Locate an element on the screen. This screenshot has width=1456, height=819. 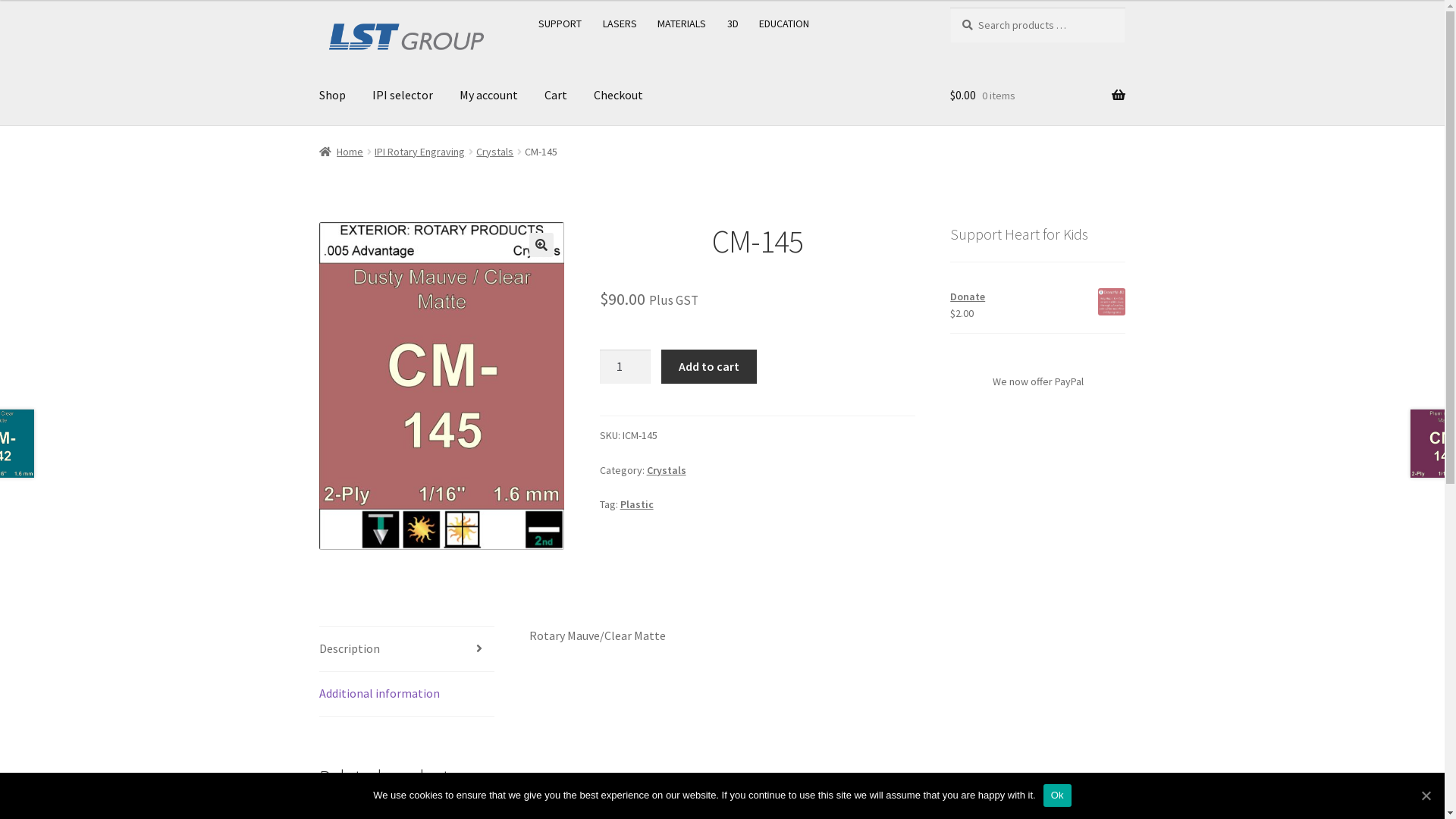
'SUPPORT' is located at coordinates (560, 23).